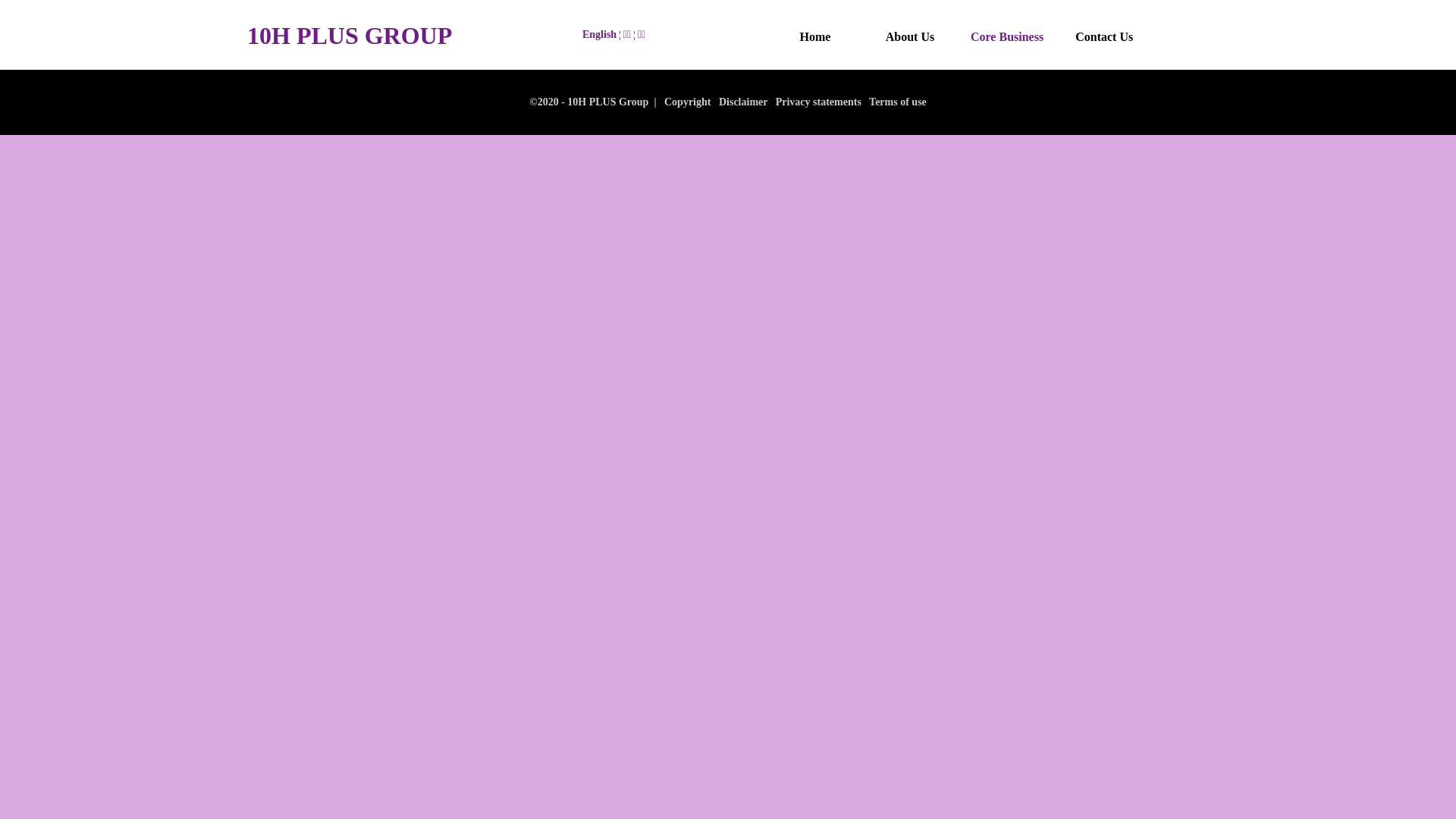 This screenshot has height=819, width=1456. Describe the element at coordinates (971, 36) in the screenshot. I see `'Core Business'` at that location.